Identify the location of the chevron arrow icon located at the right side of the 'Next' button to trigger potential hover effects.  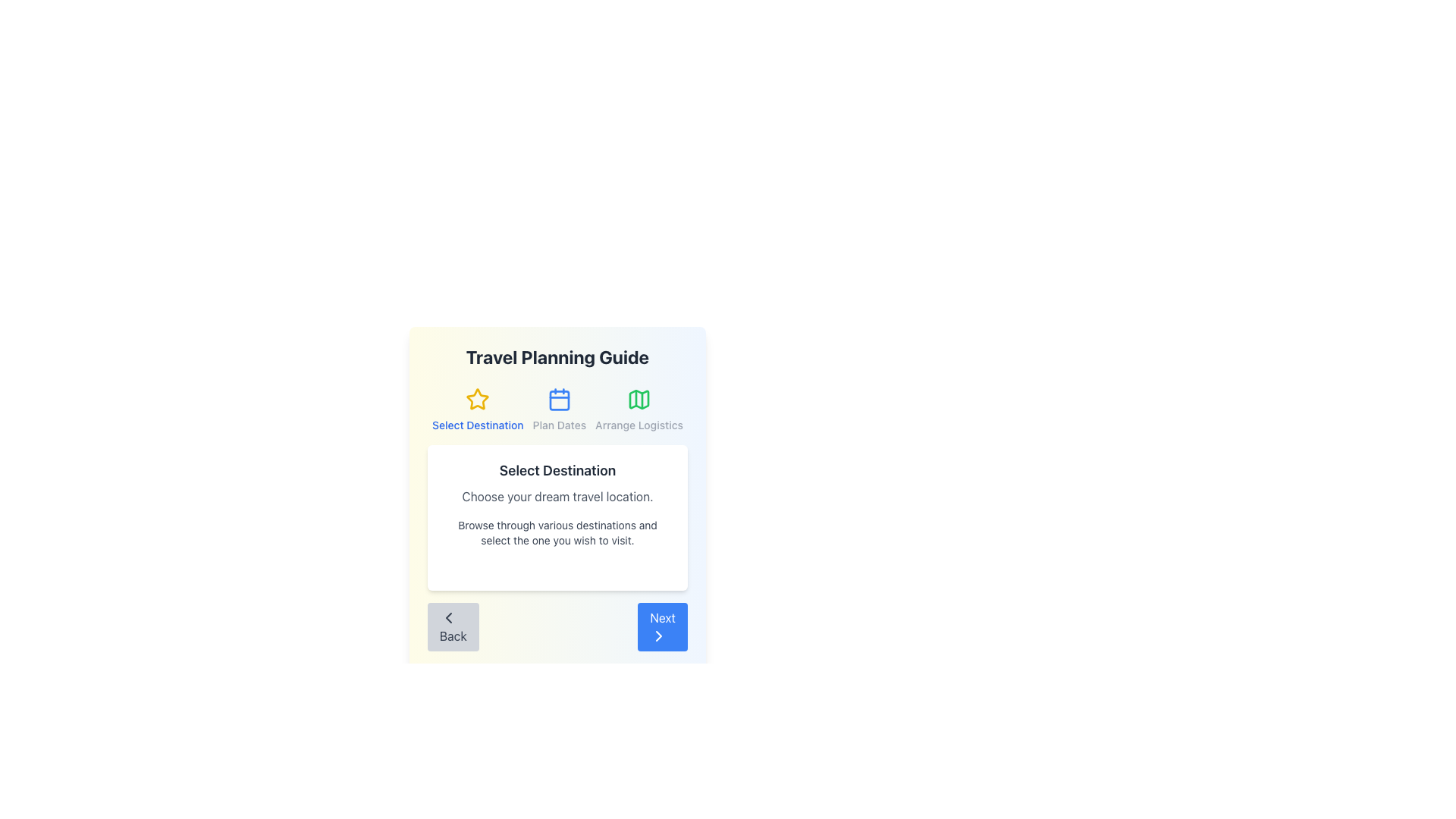
(659, 636).